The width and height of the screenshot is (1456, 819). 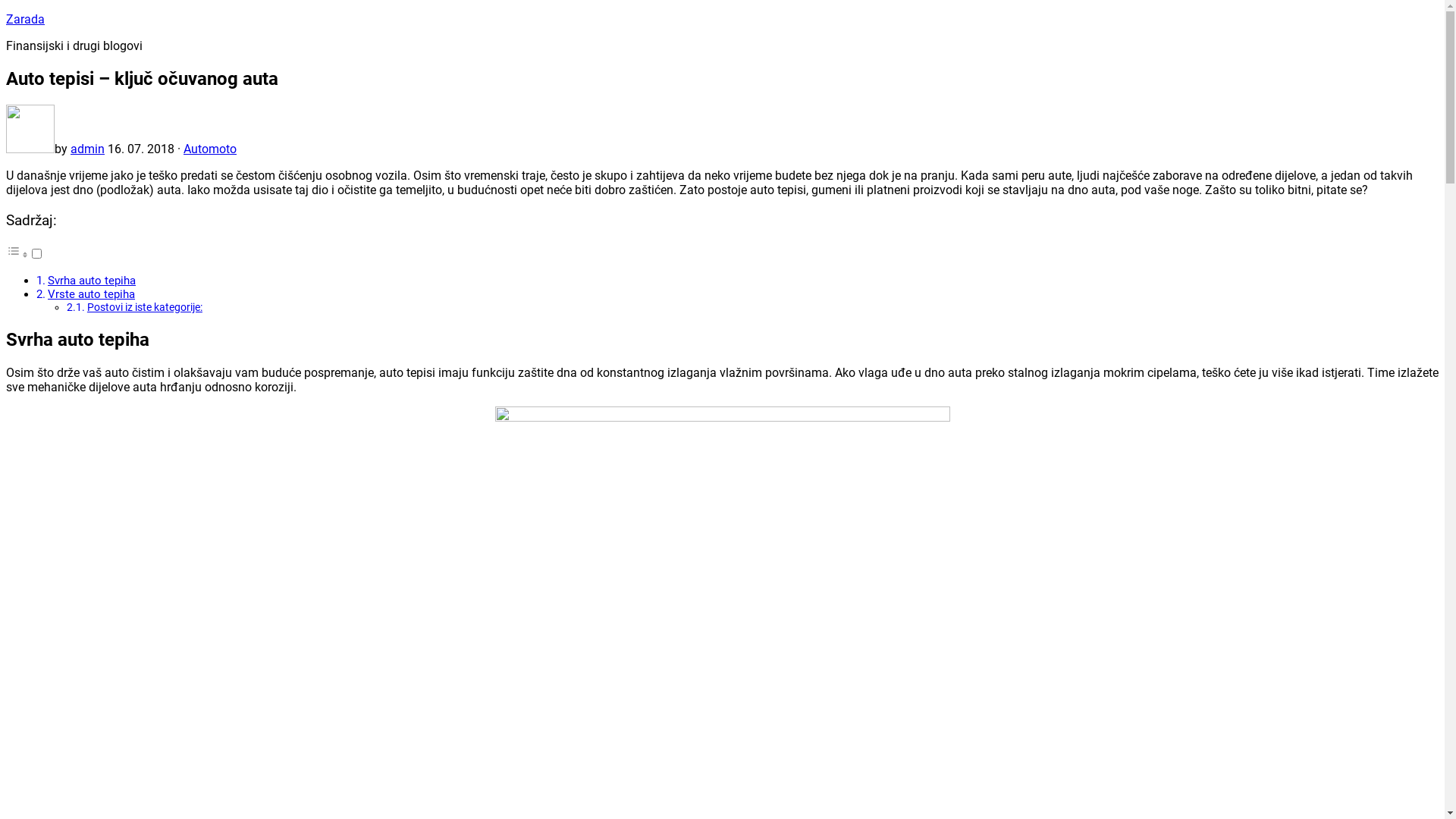 What do you see at coordinates (90, 281) in the screenshot?
I see `'Svrha auto tepiha'` at bounding box center [90, 281].